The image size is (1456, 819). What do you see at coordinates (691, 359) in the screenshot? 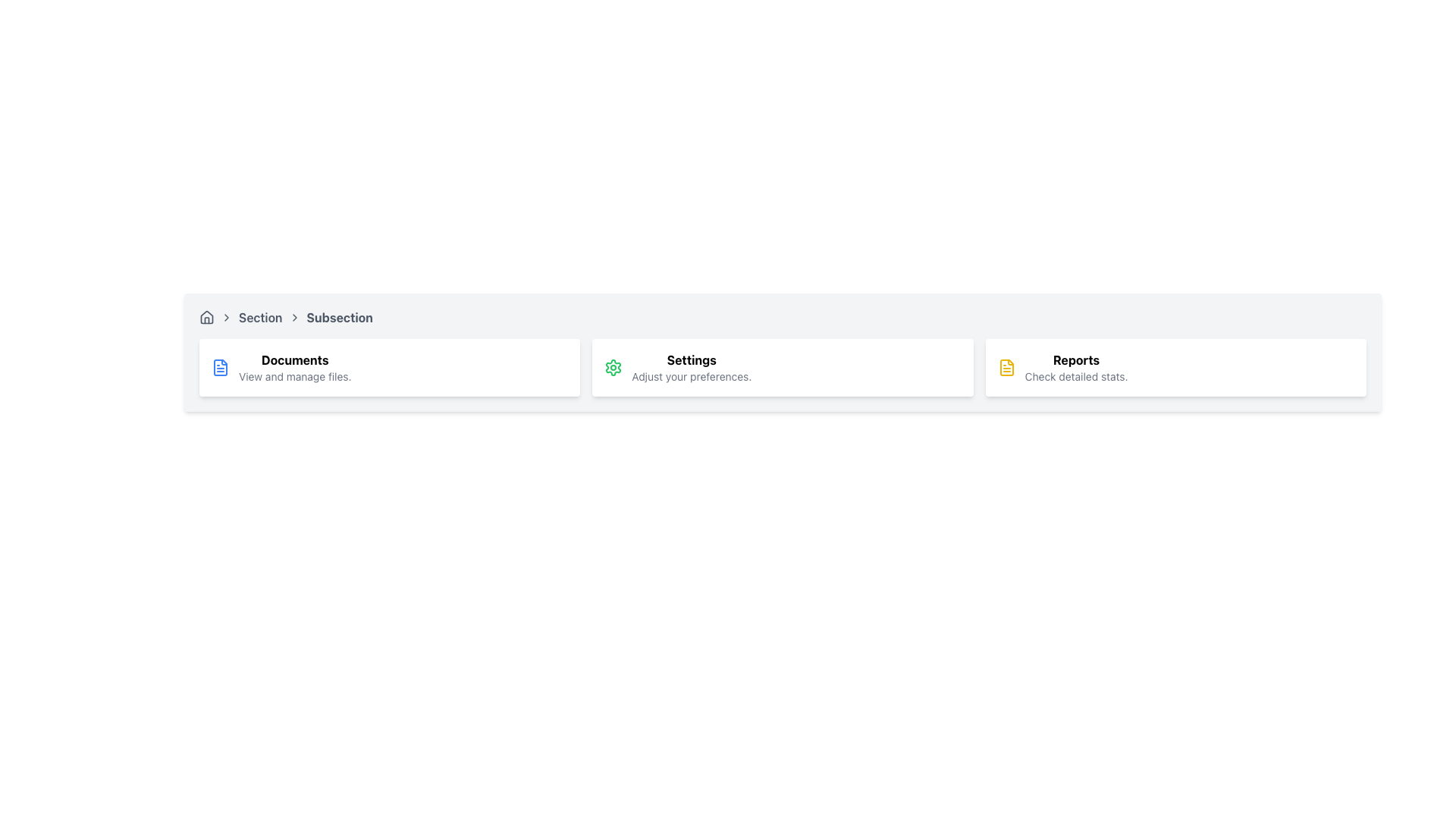
I see `bold text label displaying 'Settings' which is positioned above a descriptive text in the center option of three horizontally aligned sections` at bounding box center [691, 359].